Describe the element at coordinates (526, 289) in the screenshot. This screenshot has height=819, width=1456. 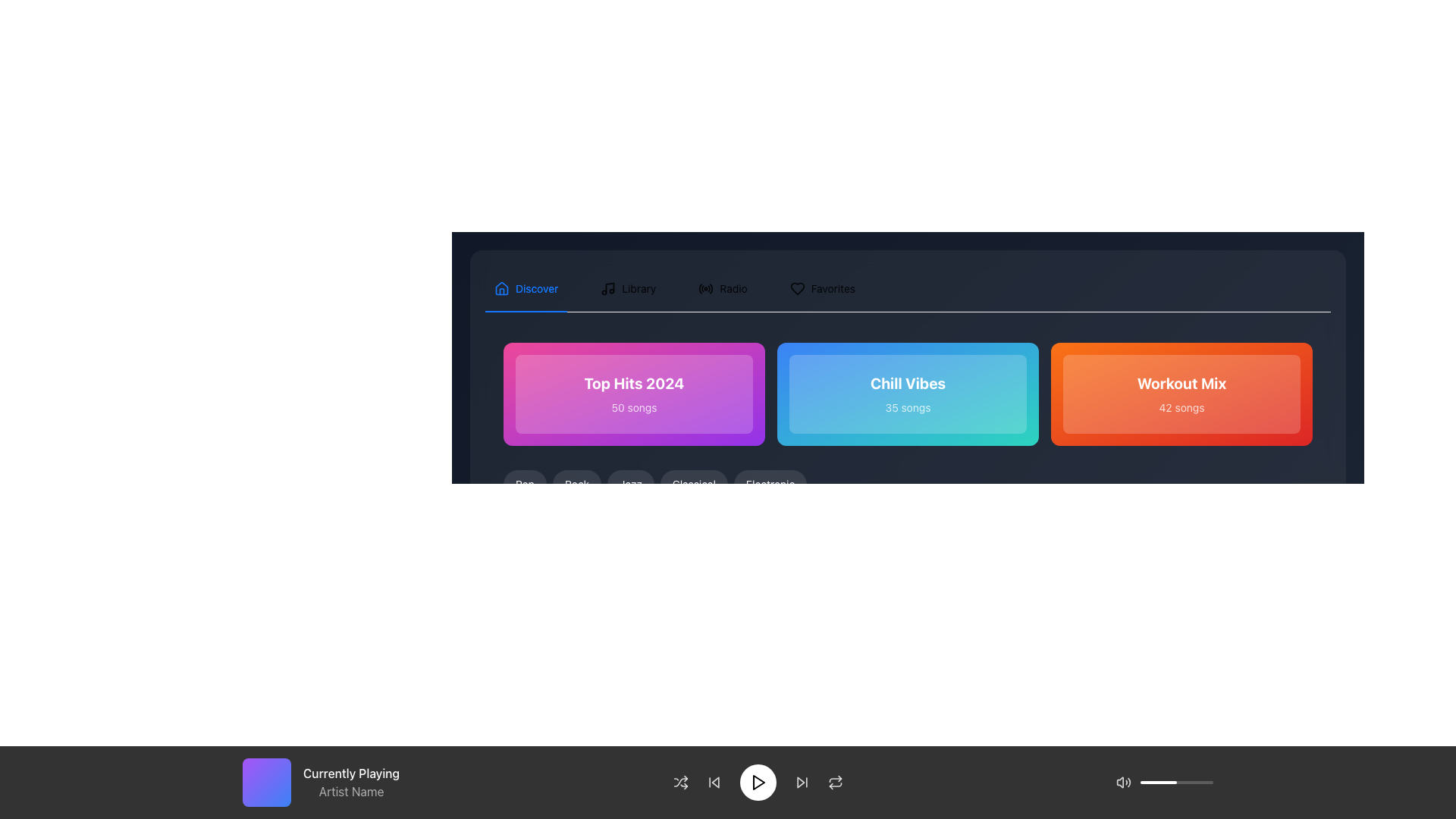
I see `the 'Discover' tab button in the navigation bar` at that location.